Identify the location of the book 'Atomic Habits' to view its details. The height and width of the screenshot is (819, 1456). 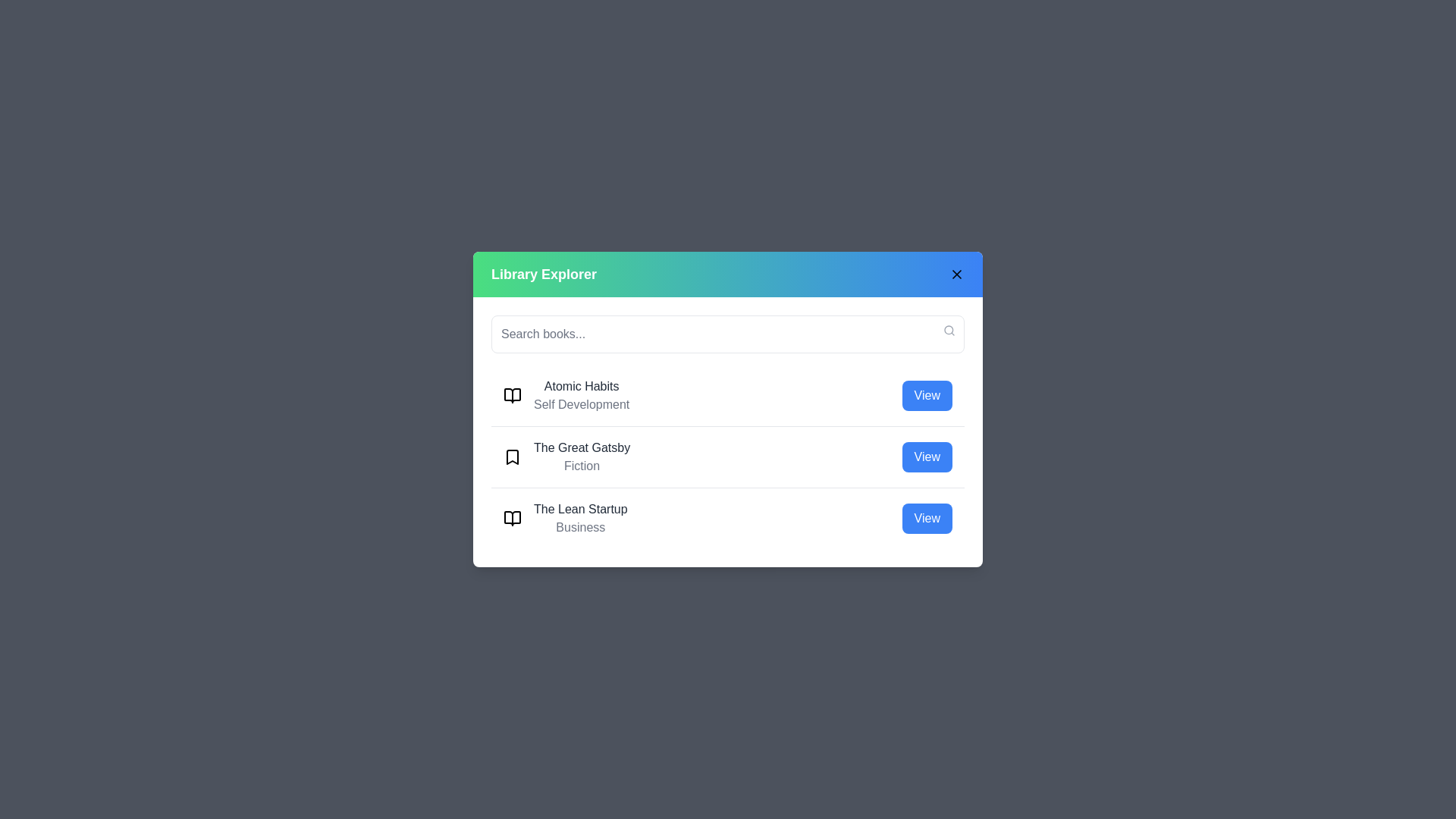
(926, 394).